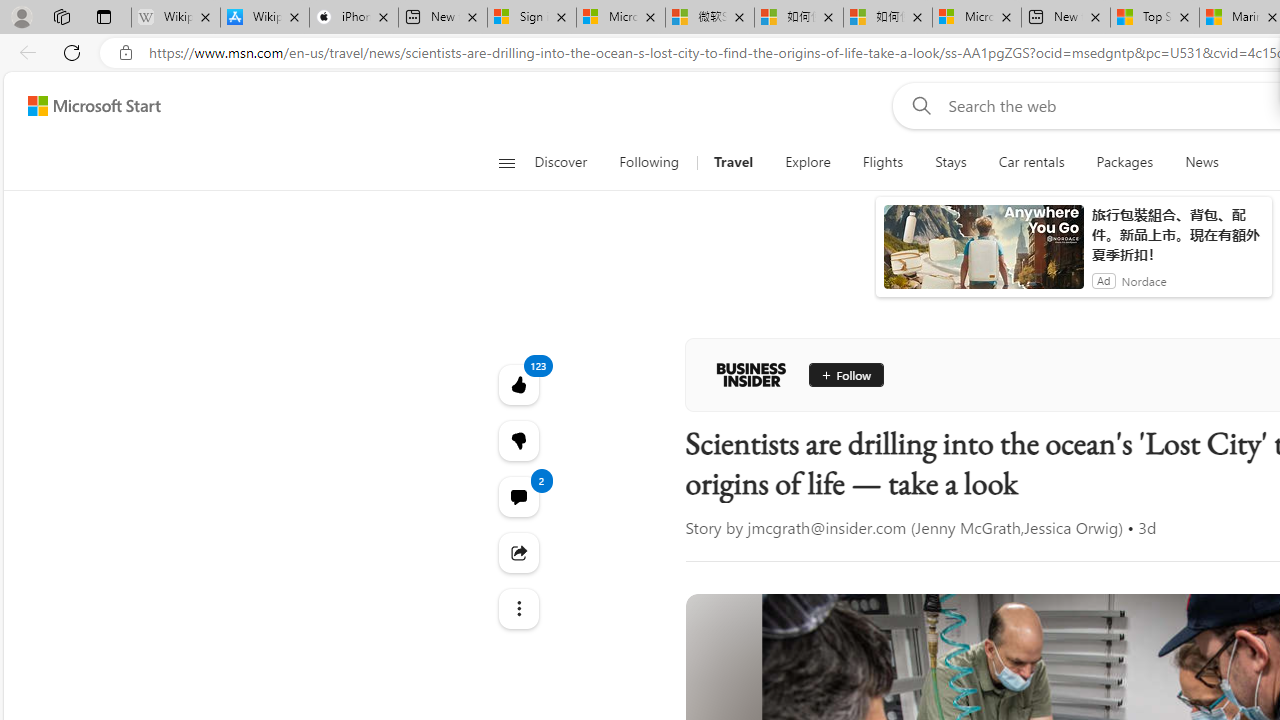 The height and width of the screenshot is (720, 1280). I want to click on 'Stays', so click(950, 162).